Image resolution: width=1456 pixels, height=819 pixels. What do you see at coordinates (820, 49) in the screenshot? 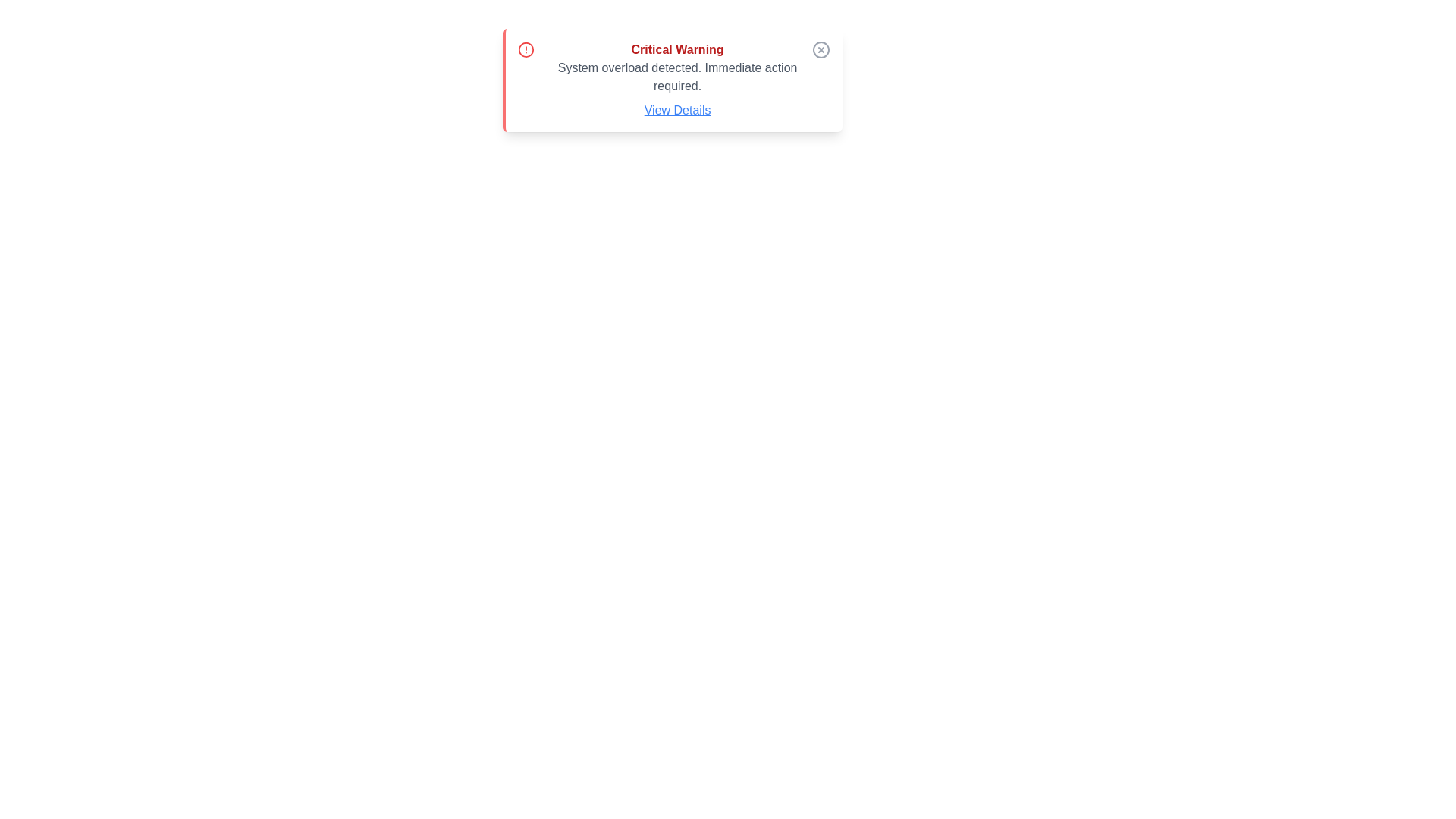
I see `the close button located in the top-right corner of the notification box` at bounding box center [820, 49].